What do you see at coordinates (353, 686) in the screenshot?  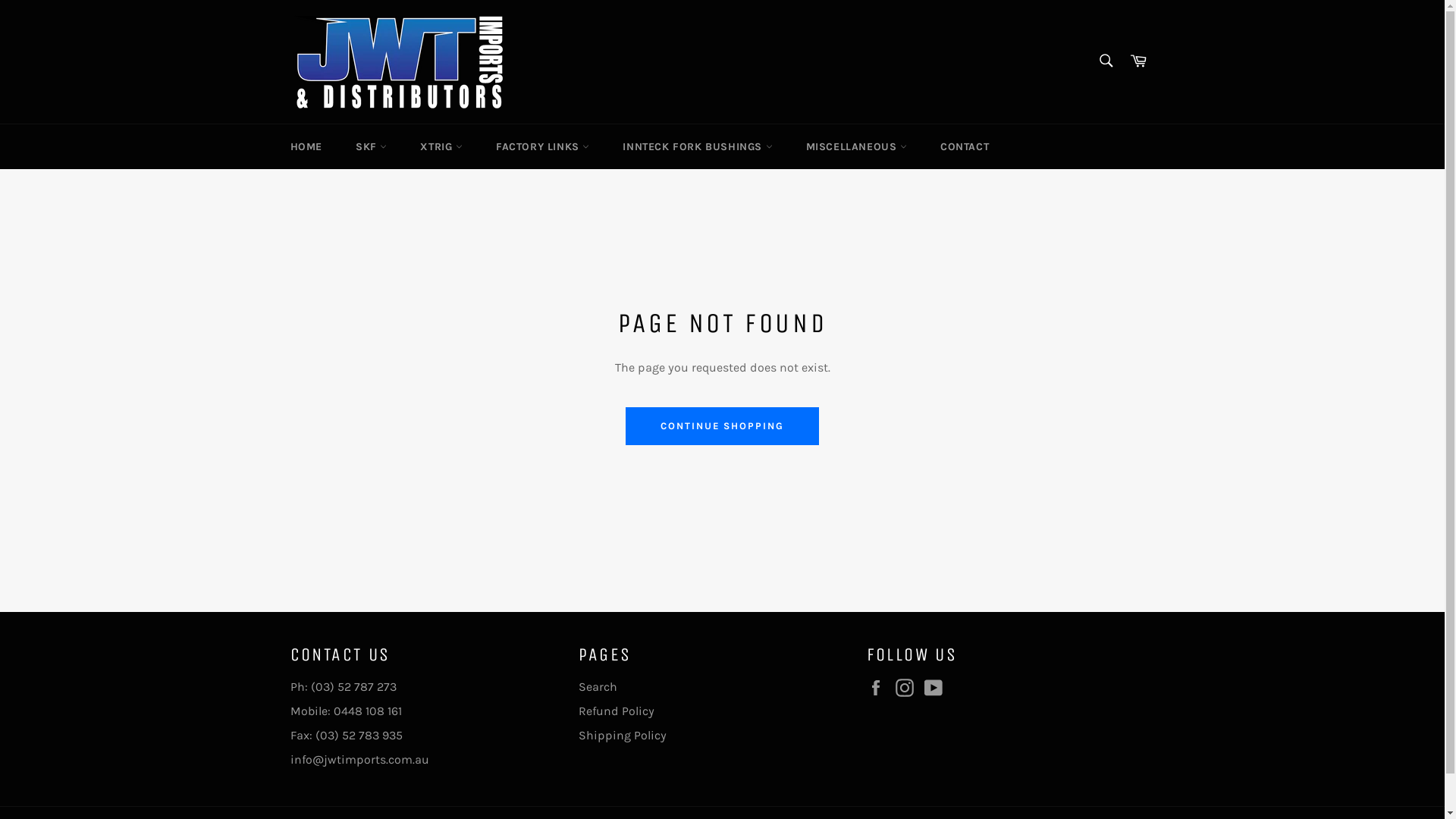 I see `'(03) 52 787 273'` at bounding box center [353, 686].